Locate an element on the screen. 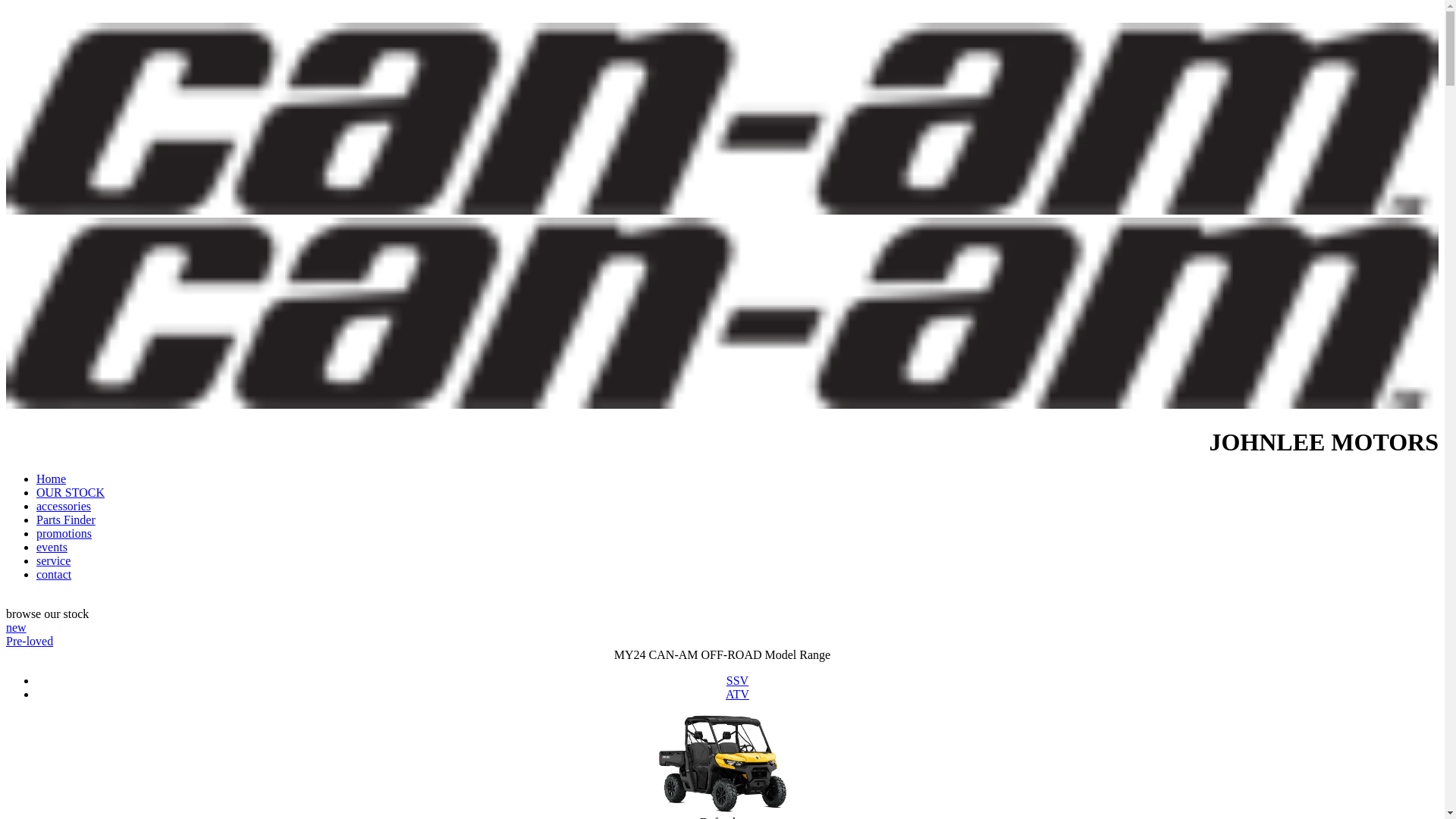 The width and height of the screenshot is (1456, 819). 'SSV' is located at coordinates (737, 679).